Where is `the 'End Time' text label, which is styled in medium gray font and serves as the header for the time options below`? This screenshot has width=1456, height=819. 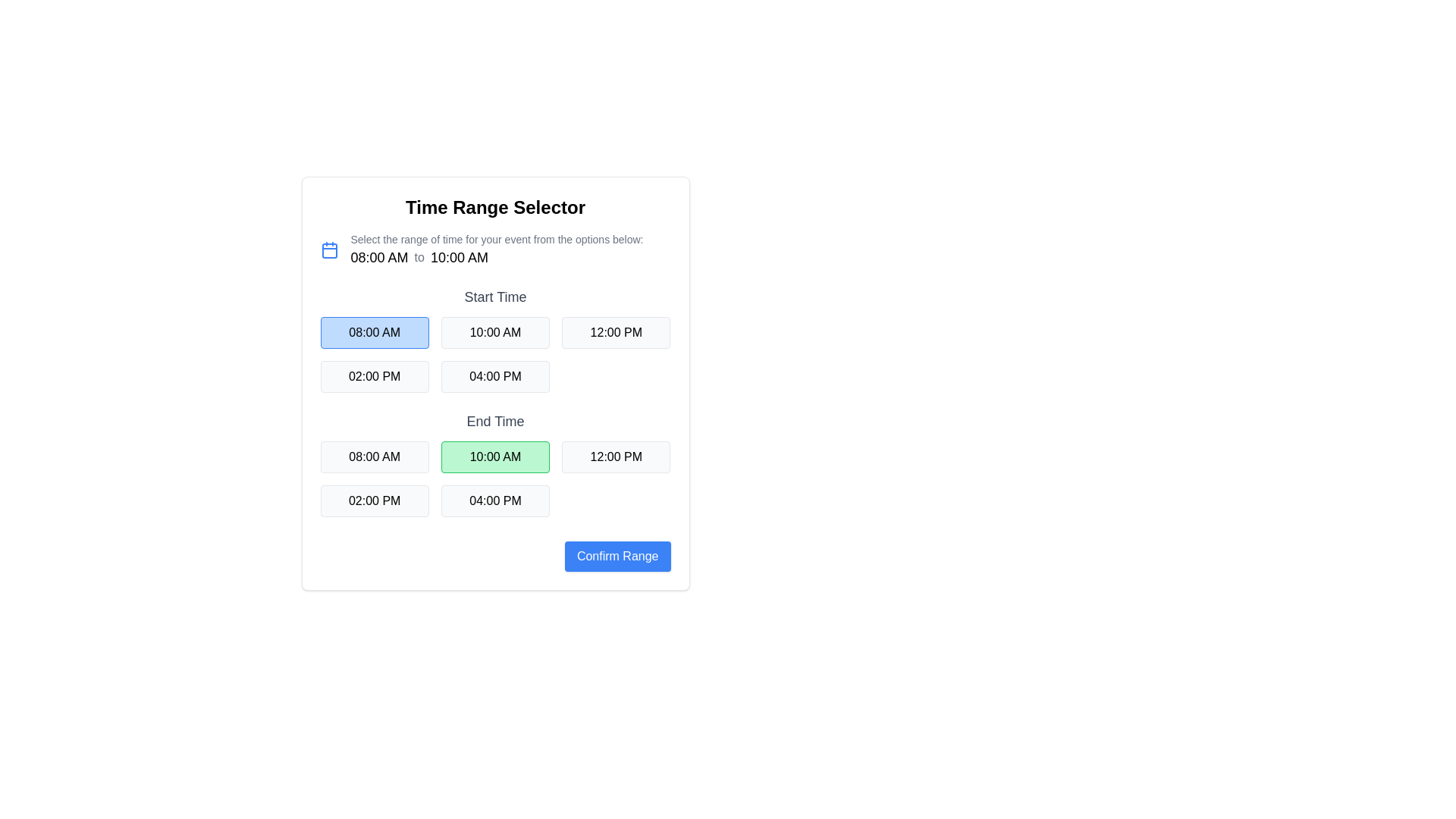 the 'End Time' text label, which is styled in medium gray font and serves as the header for the time options below is located at coordinates (495, 421).